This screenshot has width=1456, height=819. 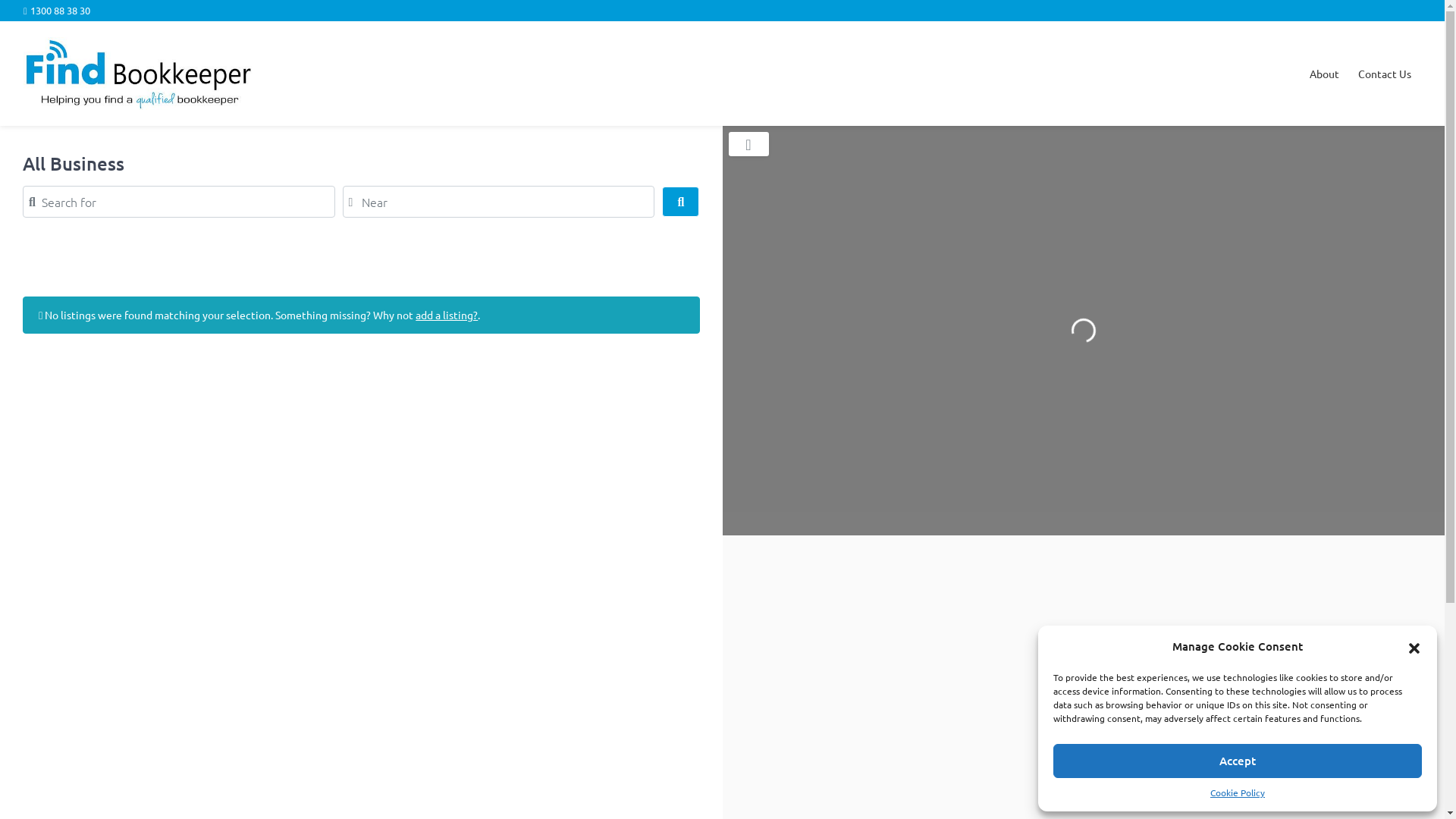 I want to click on 'Contact Us', so click(x=1384, y=74).